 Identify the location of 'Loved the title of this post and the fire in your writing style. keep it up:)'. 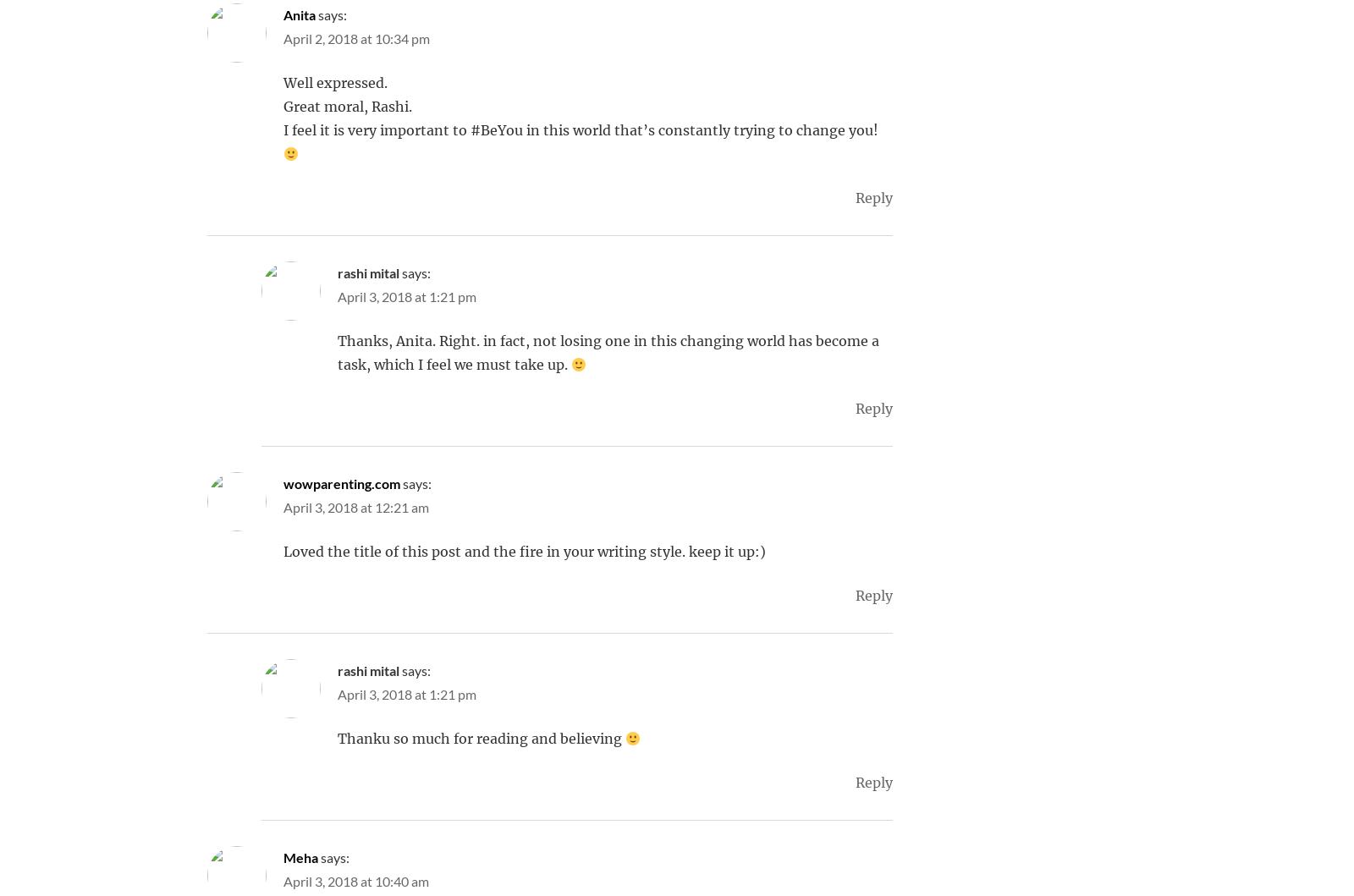
(525, 552).